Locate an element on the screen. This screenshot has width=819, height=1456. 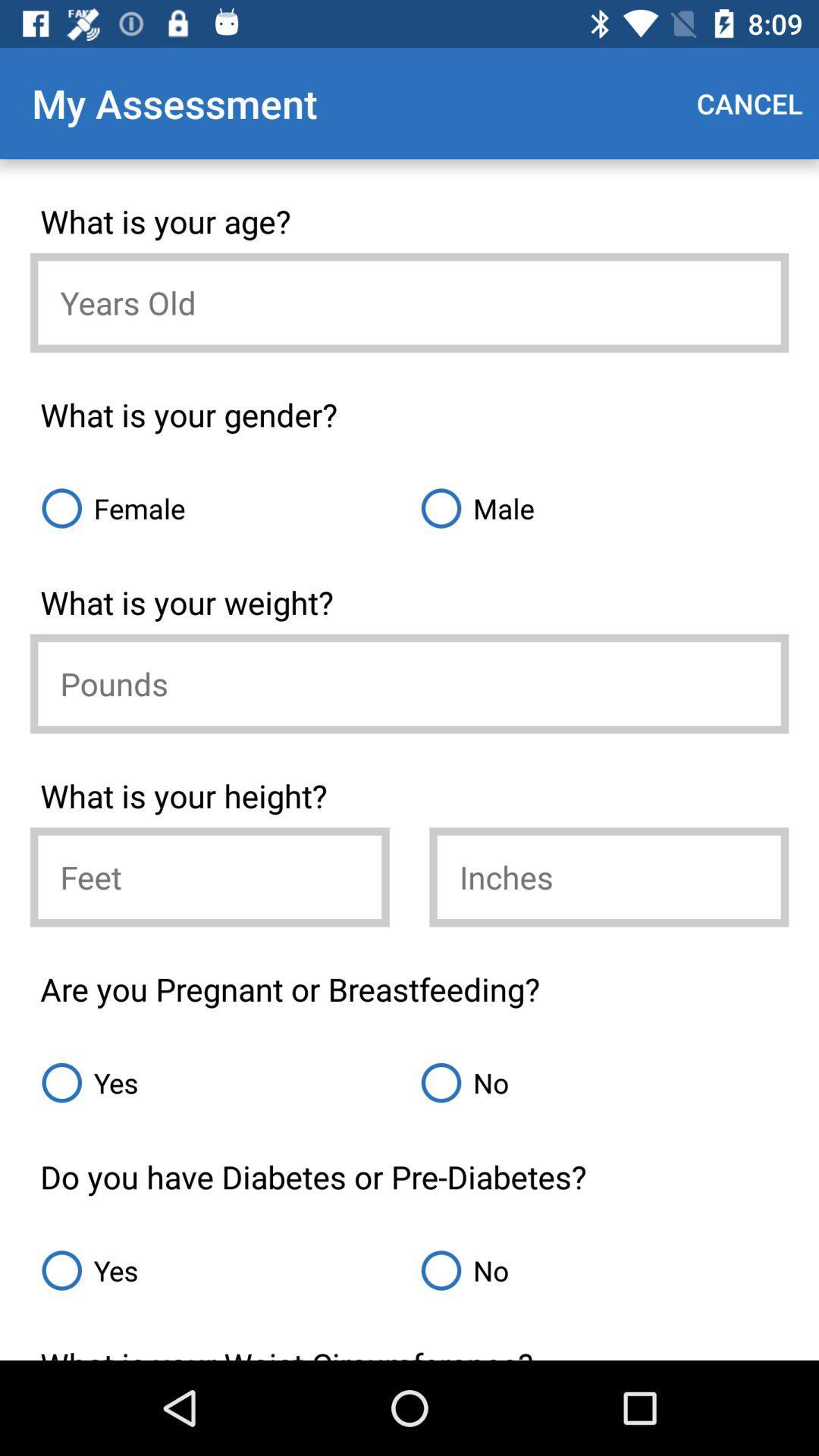
type inches is located at coordinates (608, 877).